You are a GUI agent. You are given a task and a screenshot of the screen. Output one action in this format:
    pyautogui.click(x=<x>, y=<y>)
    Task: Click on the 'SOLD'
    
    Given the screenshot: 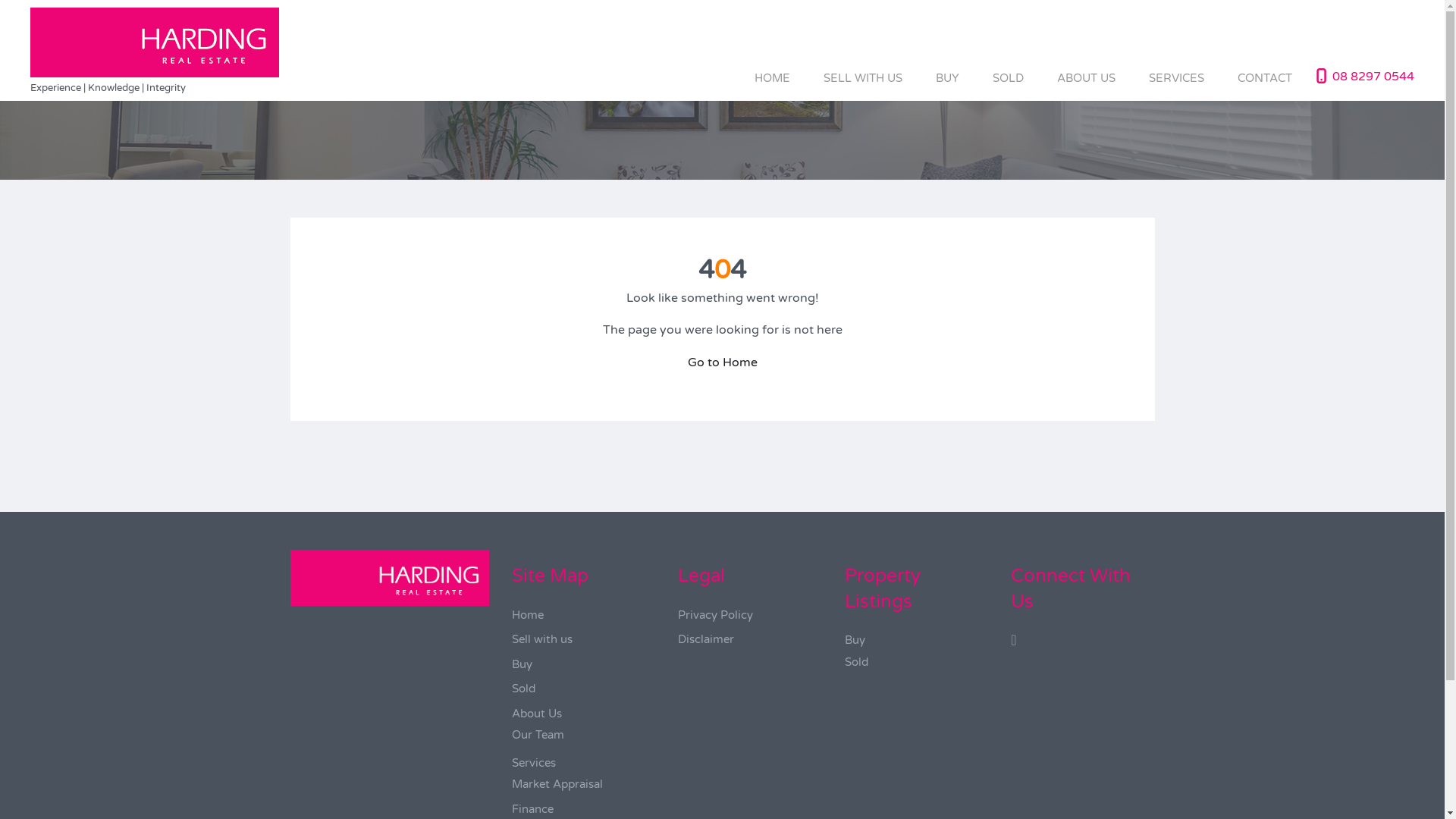 What is the action you would take?
    pyautogui.click(x=1008, y=77)
    